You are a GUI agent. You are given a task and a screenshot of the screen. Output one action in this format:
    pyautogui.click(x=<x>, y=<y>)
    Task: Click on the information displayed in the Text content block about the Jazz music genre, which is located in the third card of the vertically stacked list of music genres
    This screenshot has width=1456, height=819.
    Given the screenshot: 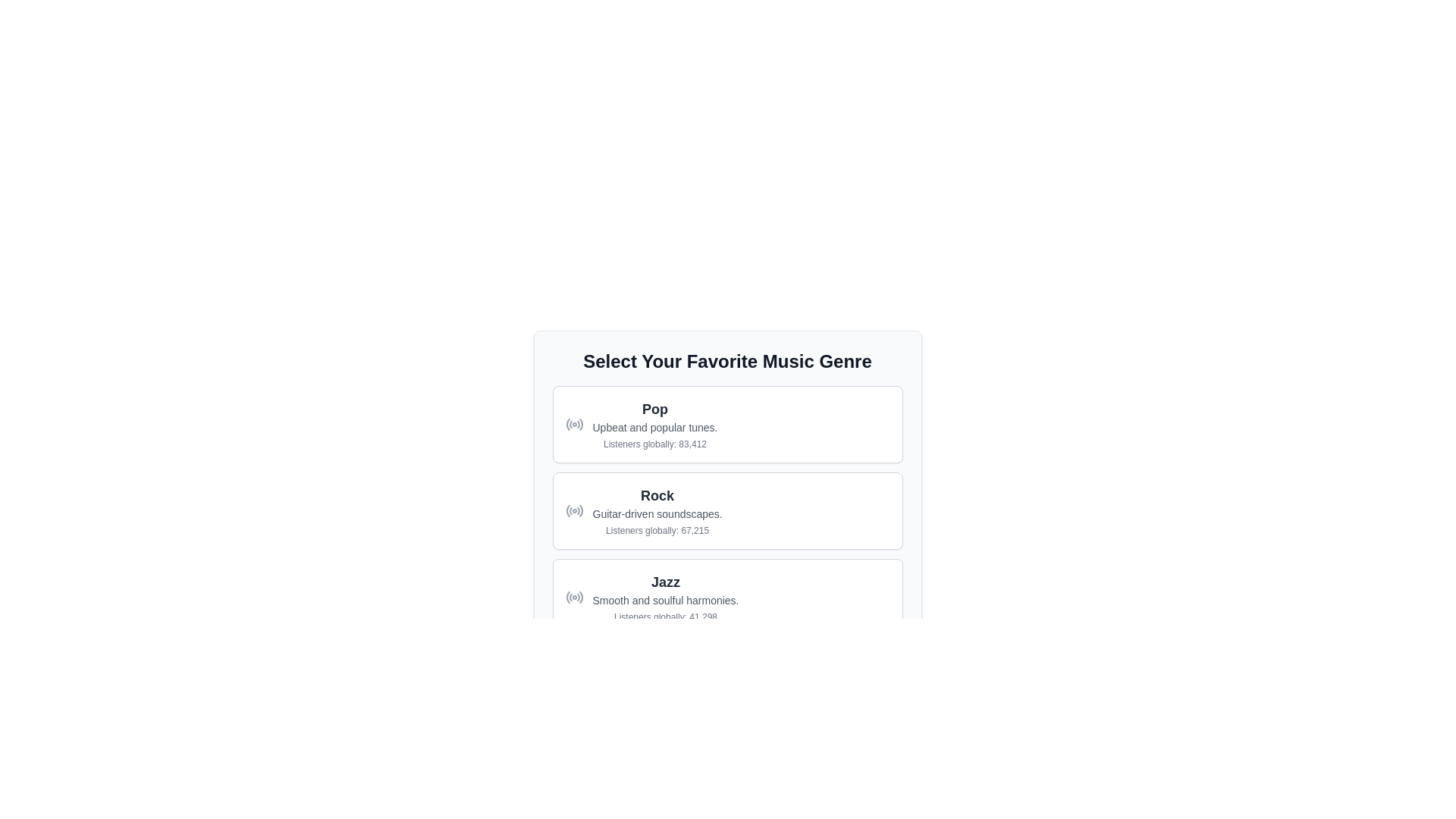 What is the action you would take?
    pyautogui.click(x=666, y=596)
    